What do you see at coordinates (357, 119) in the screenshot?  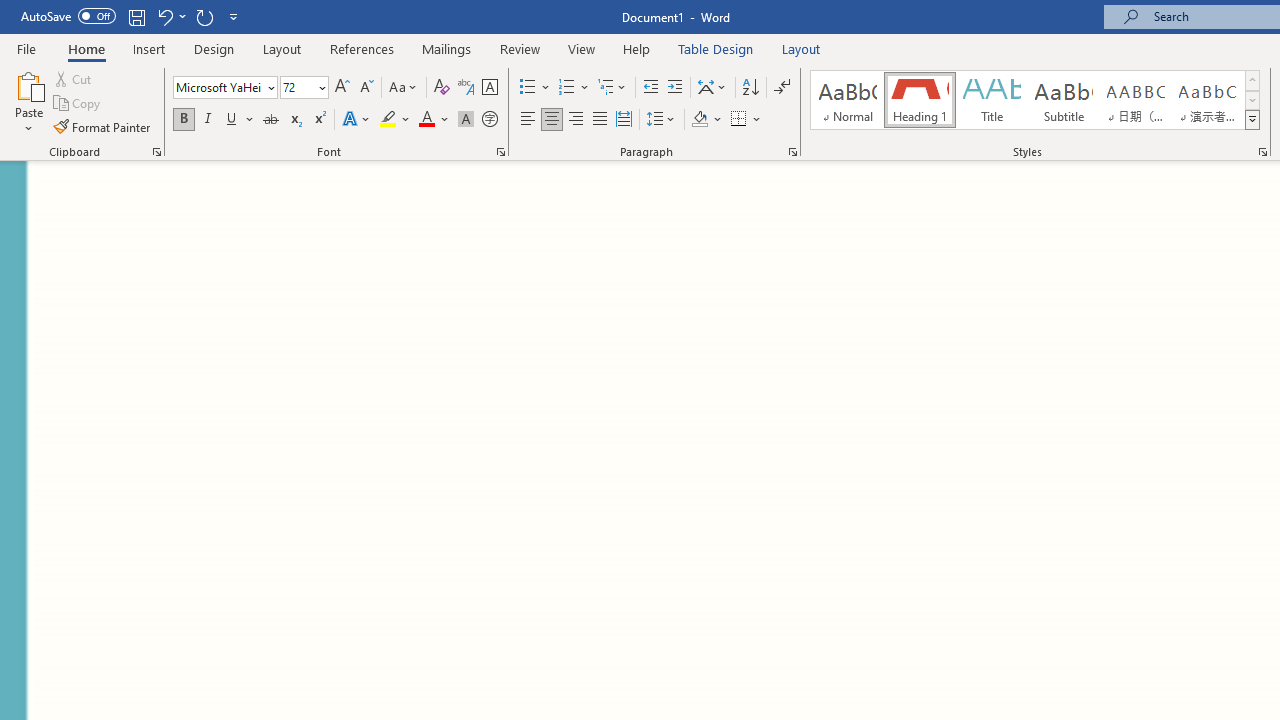 I see `'Text Effects and Typography'` at bounding box center [357, 119].